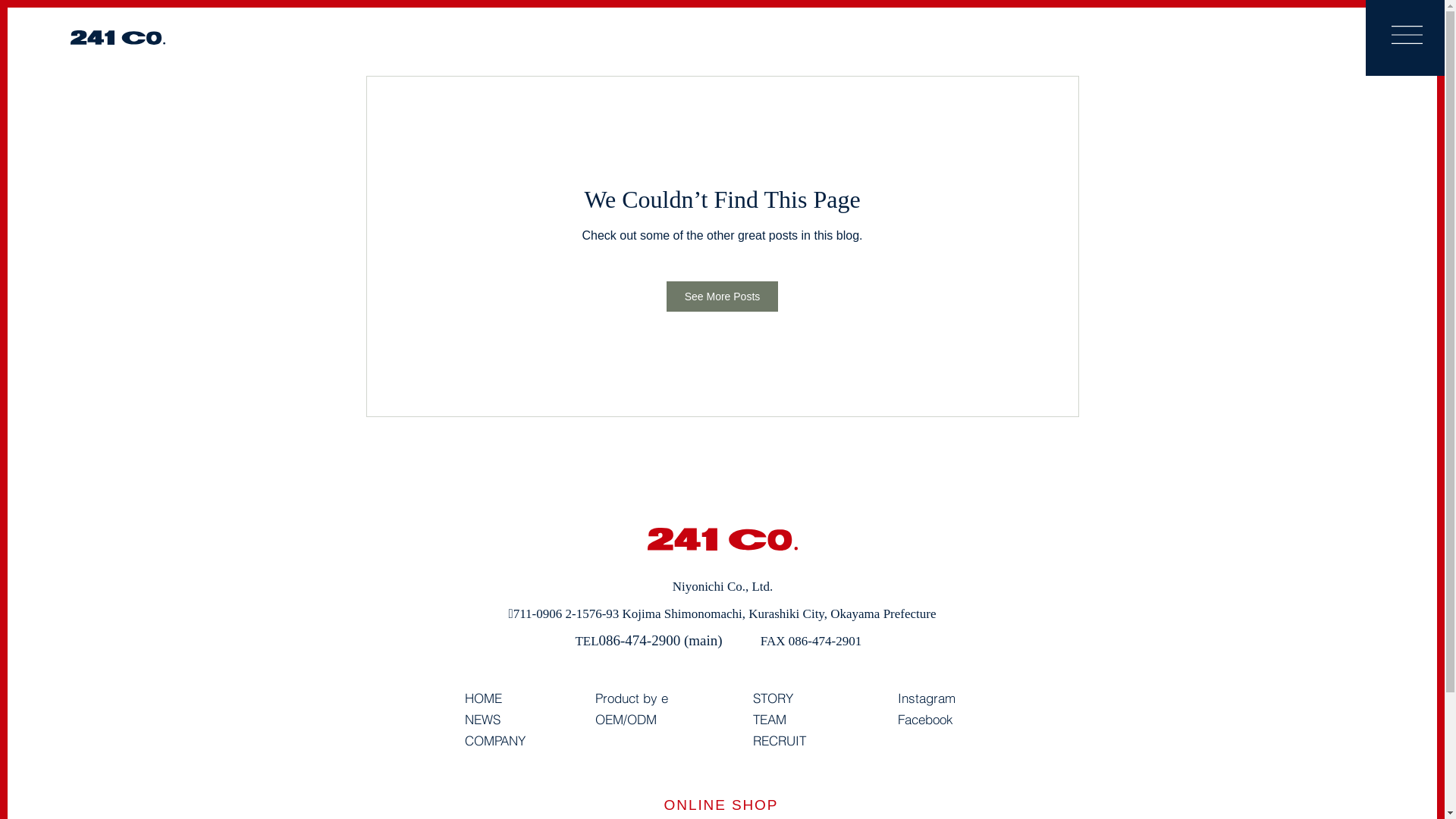 The height and width of the screenshot is (819, 1456). I want to click on '086-474-2900 (main)', so click(661, 640).